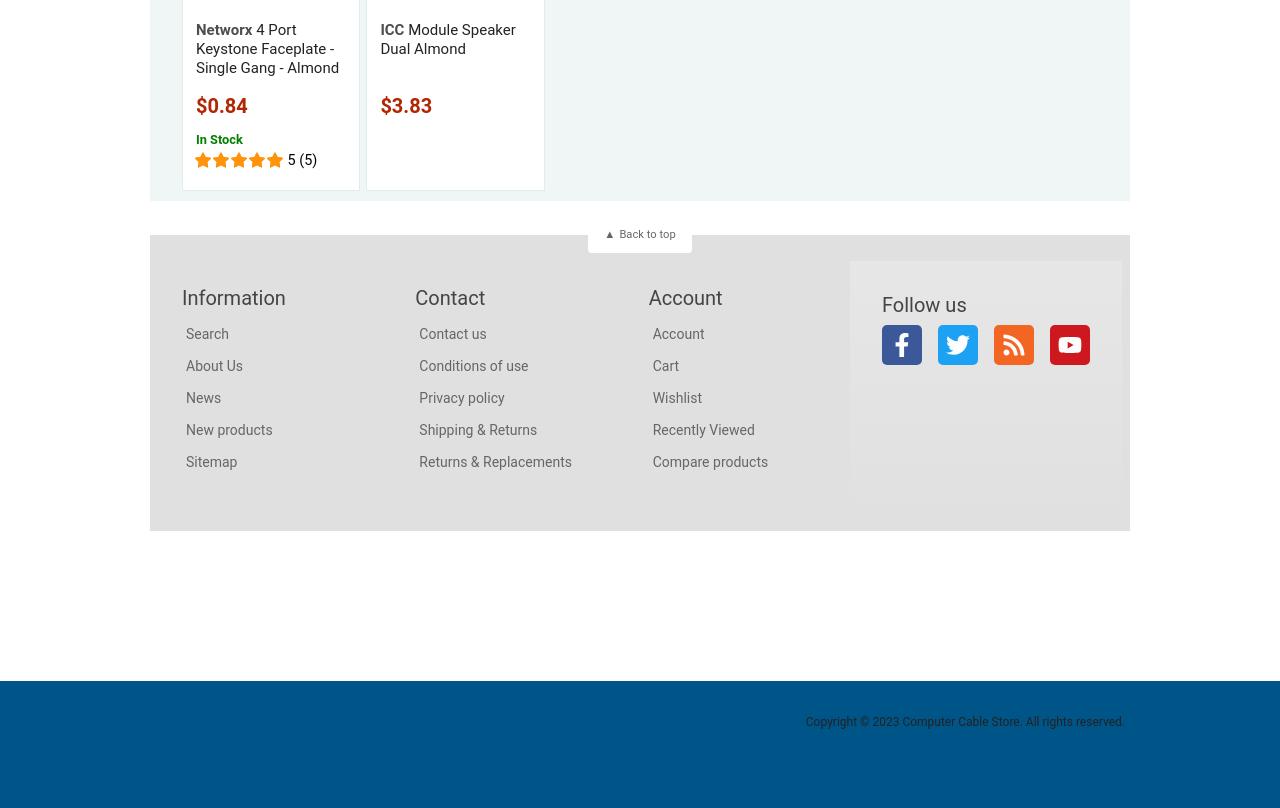 This screenshot has width=1280, height=808. What do you see at coordinates (182, 297) in the screenshot?
I see `'Information'` at bounding box center [182, 297].